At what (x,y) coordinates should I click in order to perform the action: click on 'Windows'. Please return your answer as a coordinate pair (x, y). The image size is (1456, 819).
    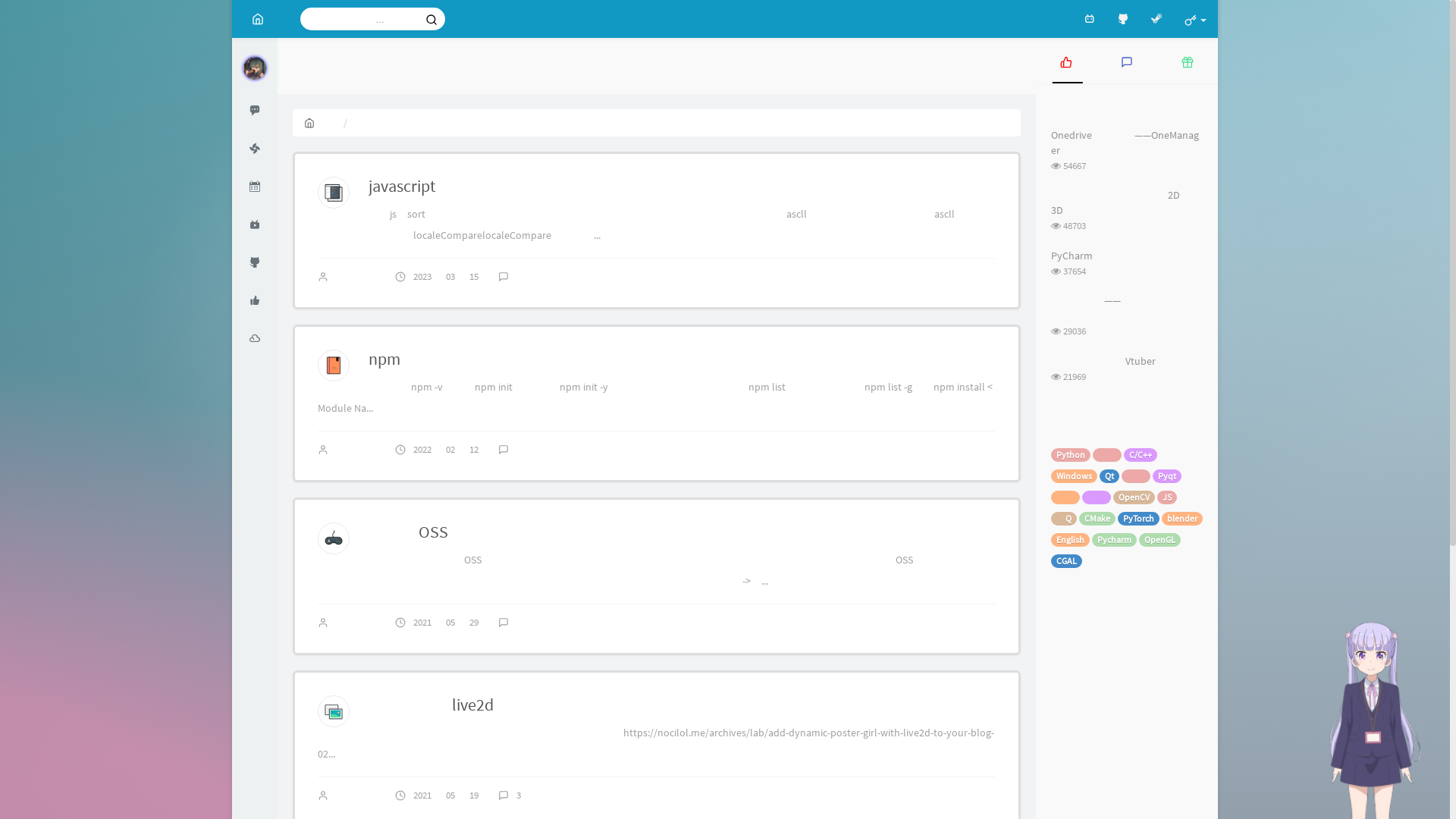
    Looking at the image, I should click on (1073, 475).